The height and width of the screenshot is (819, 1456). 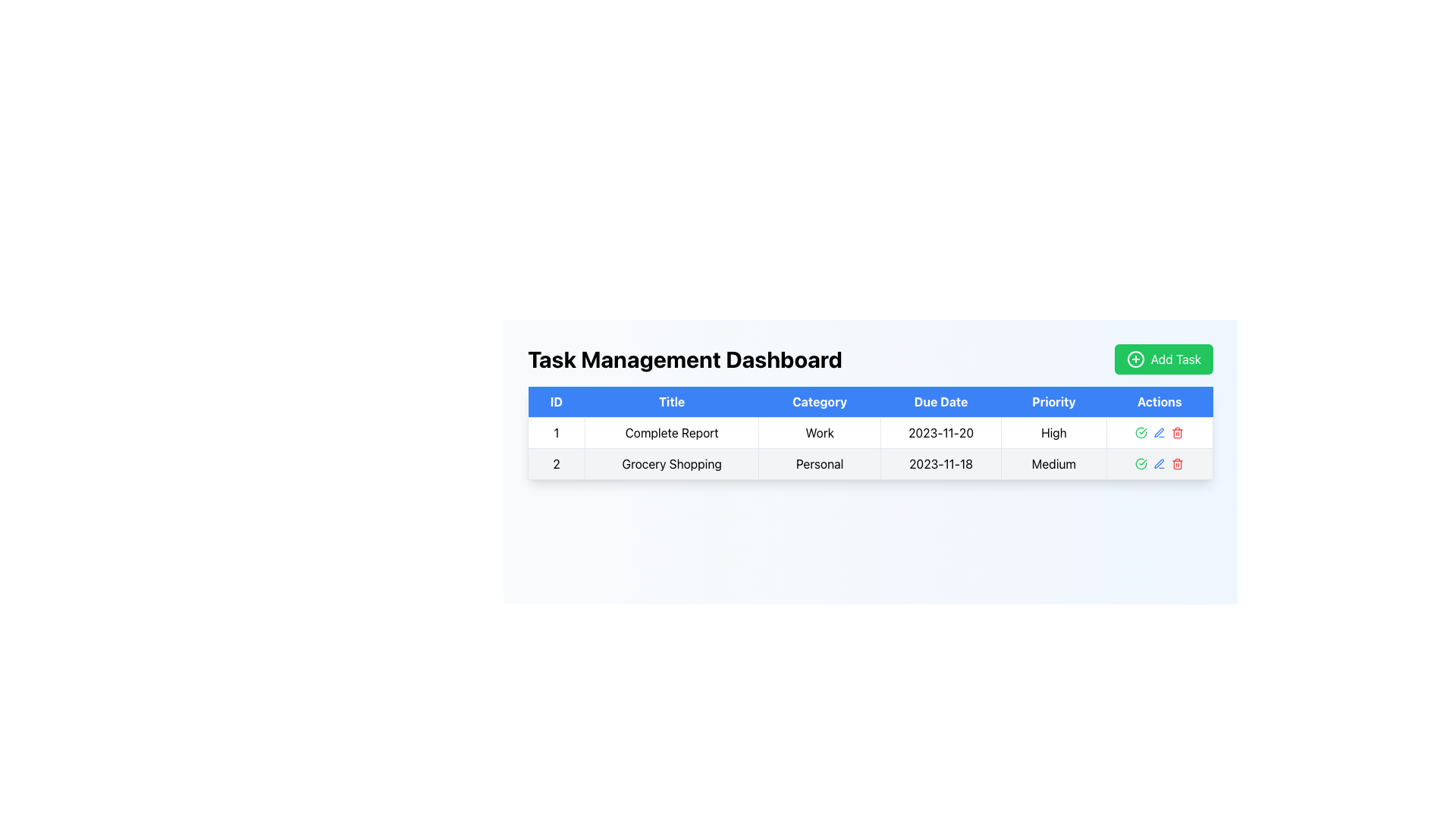 What do you see at coordinates (1177, 432) in the screenshot?
I see `the red trash bin icon located in the action section of the second row in the task management table to observe its hover effects` at bounding box center [1177, 432].